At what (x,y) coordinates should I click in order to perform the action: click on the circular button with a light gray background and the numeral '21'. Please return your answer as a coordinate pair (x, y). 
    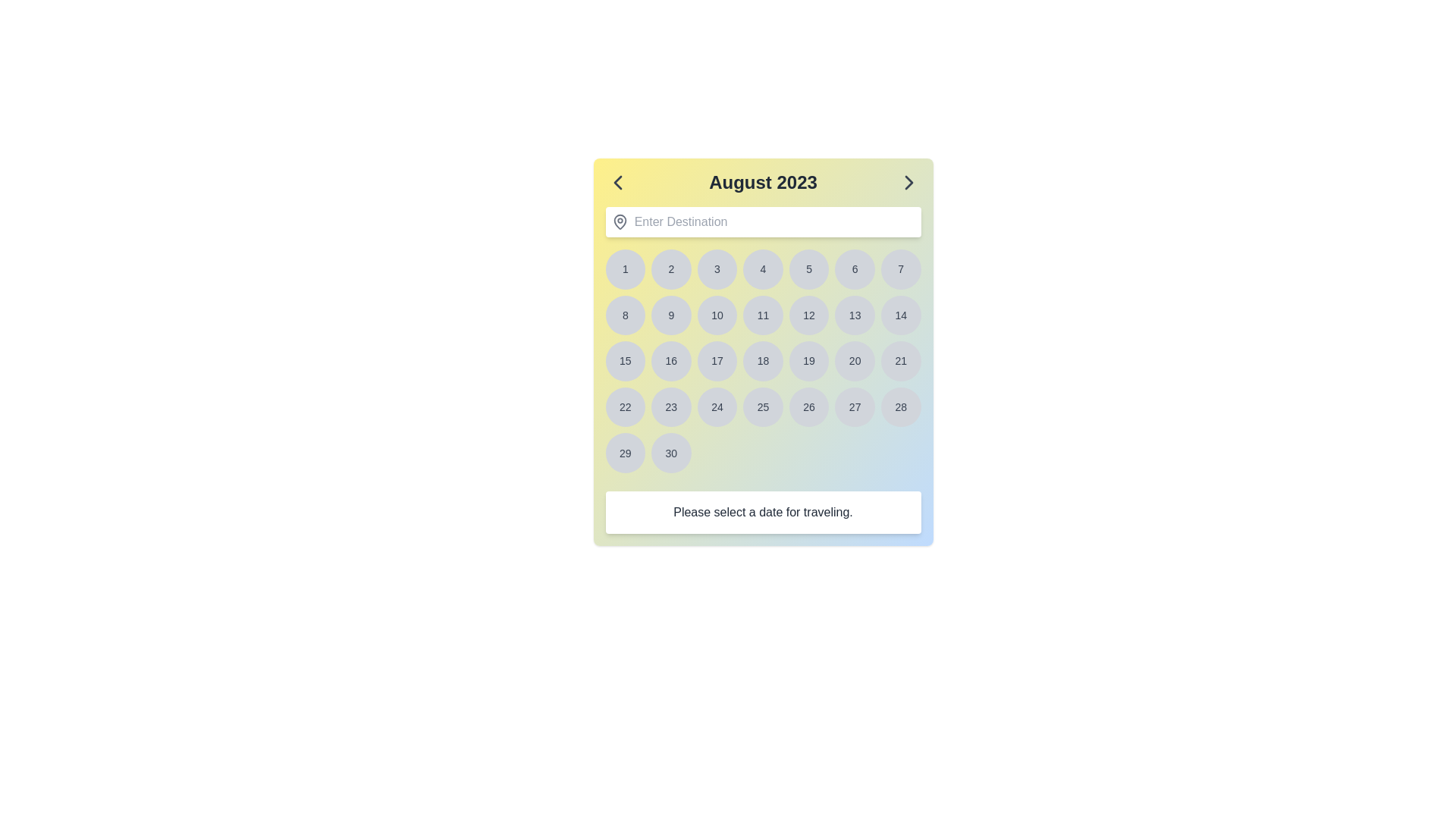
    Looking at the image, I should click on (901, 360).